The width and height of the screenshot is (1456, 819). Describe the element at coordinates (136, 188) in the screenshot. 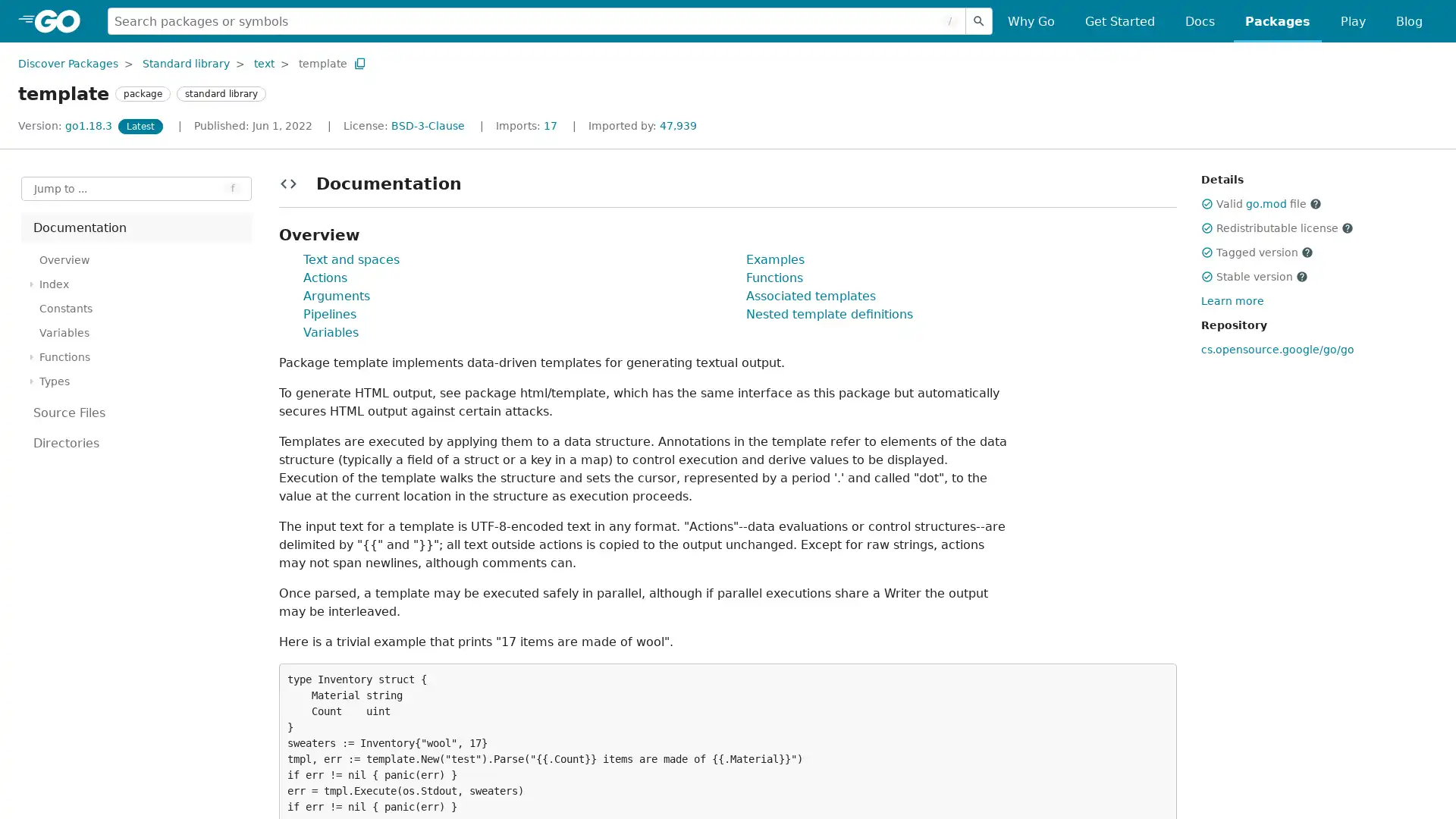

I see `Open Jump to Identifier` at that location.